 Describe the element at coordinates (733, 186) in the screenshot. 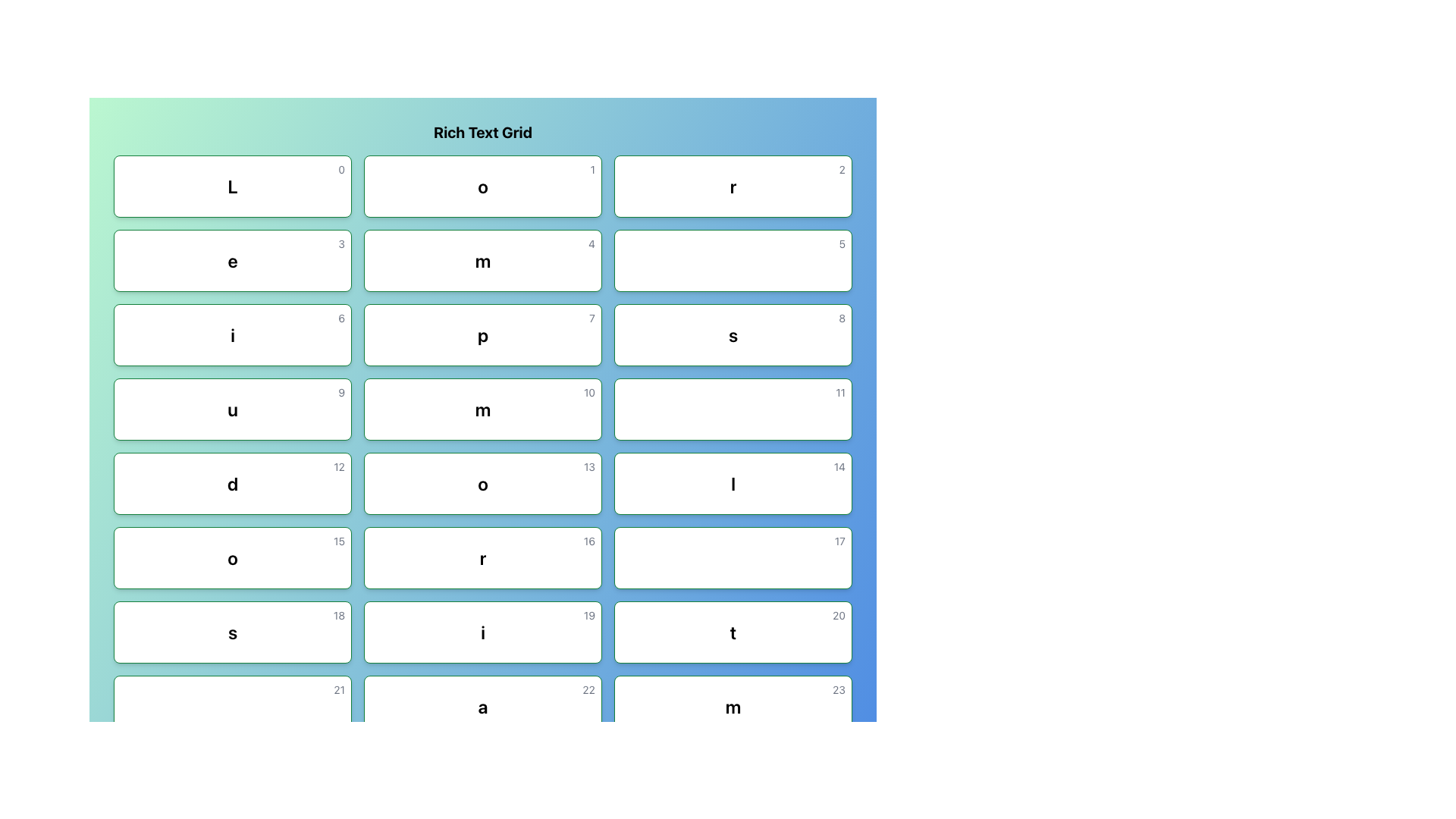

I see `the single black lowercase letter 'r' displayed in a modern, bold font located in the top right grid cell of a structured grid layout` at that location.